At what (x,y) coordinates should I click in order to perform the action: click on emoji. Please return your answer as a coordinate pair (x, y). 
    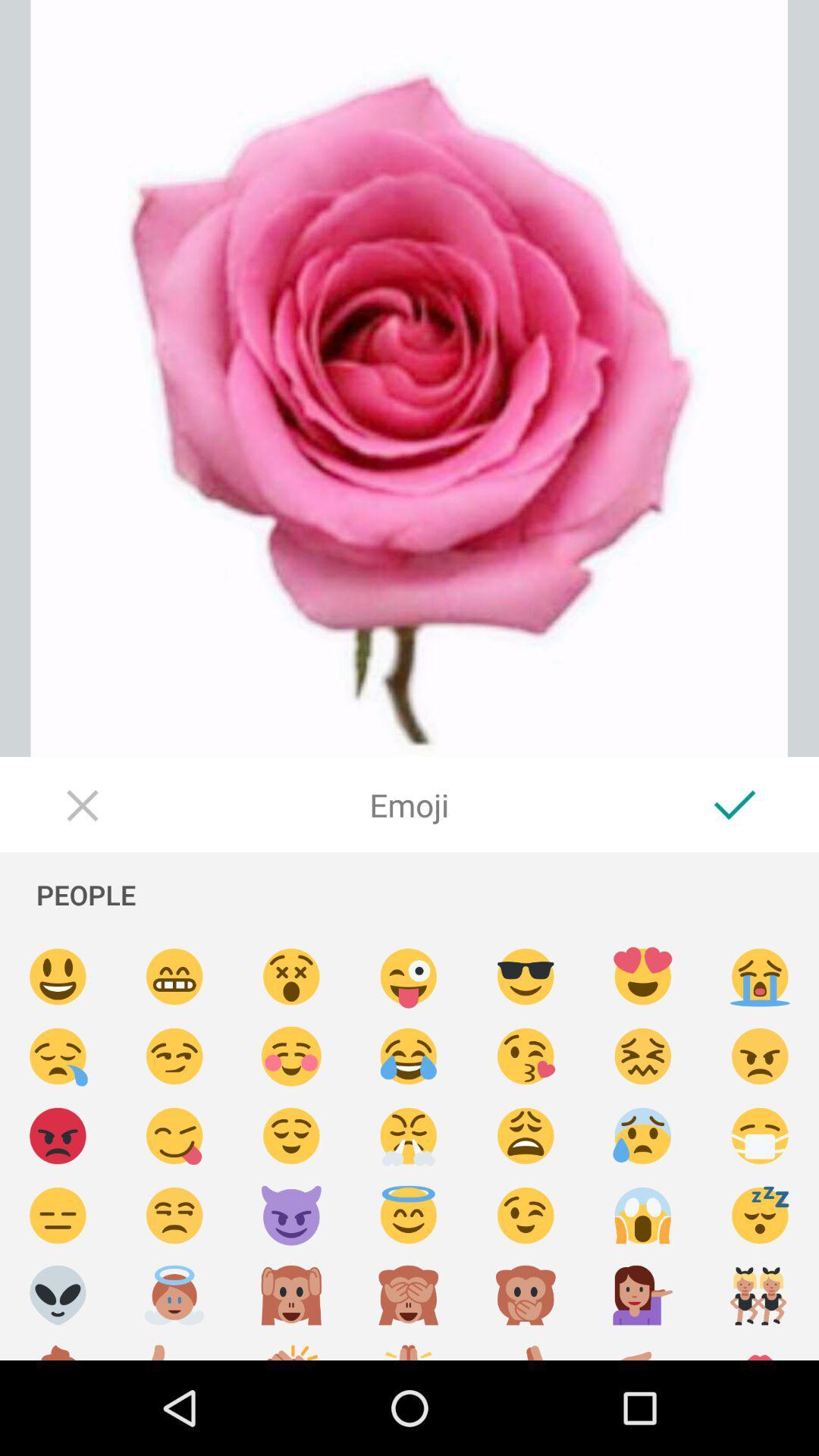
    Looking at the image, I should click on (174, 1216).